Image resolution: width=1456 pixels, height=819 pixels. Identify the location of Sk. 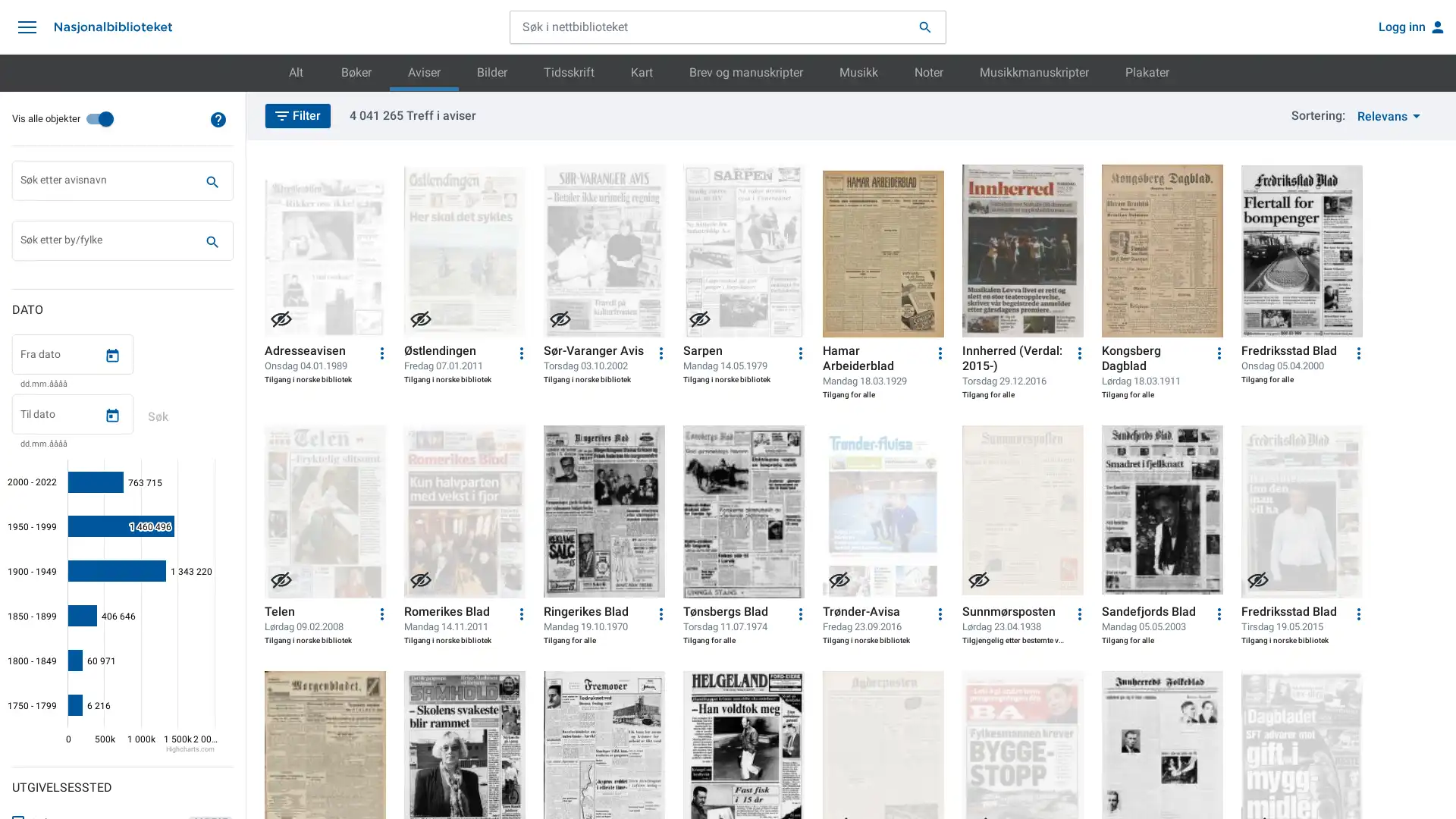
(211, 180).